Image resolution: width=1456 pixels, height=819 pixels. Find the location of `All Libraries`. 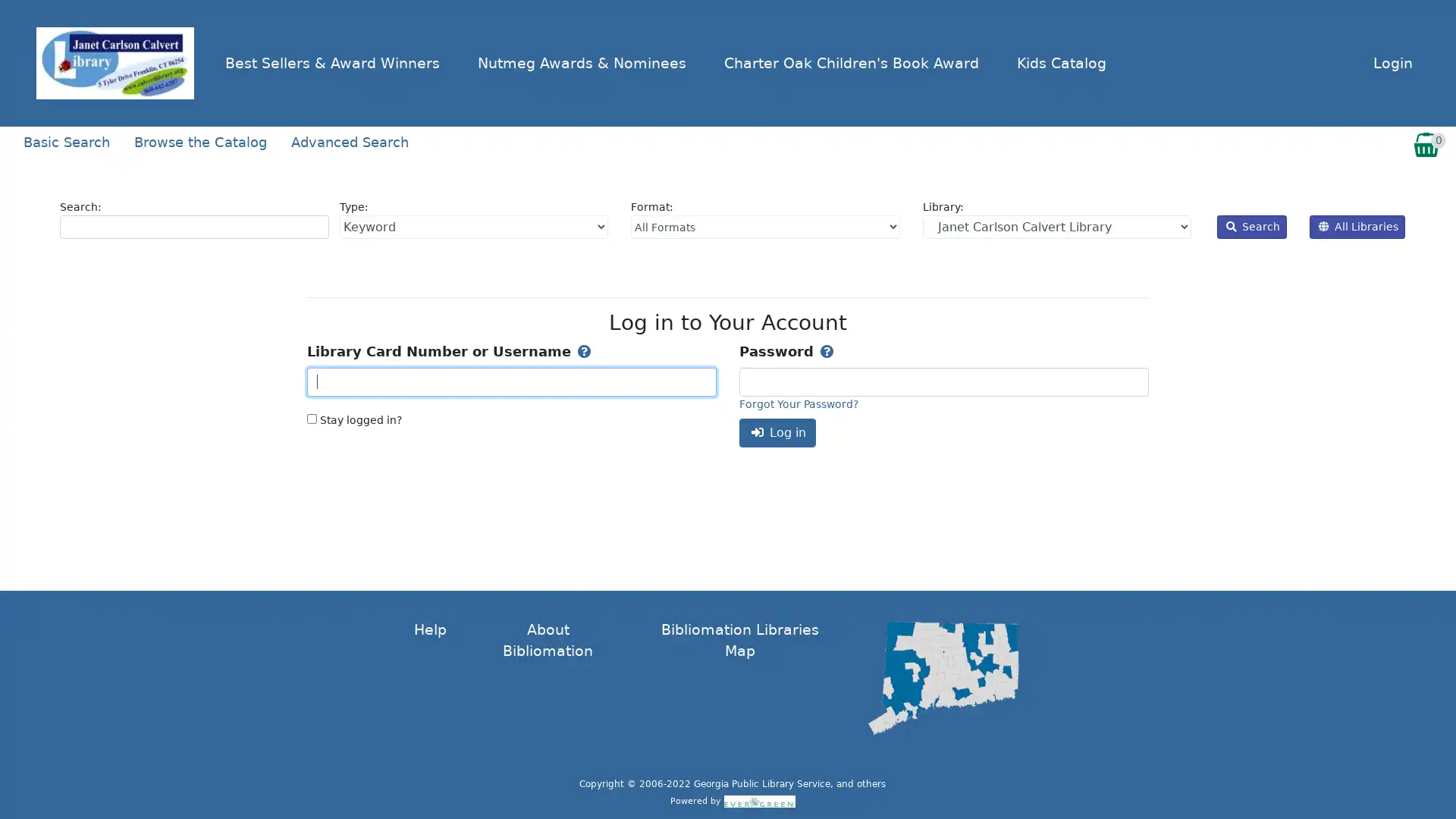

All Libraries is located at coordinates (1357, 226).